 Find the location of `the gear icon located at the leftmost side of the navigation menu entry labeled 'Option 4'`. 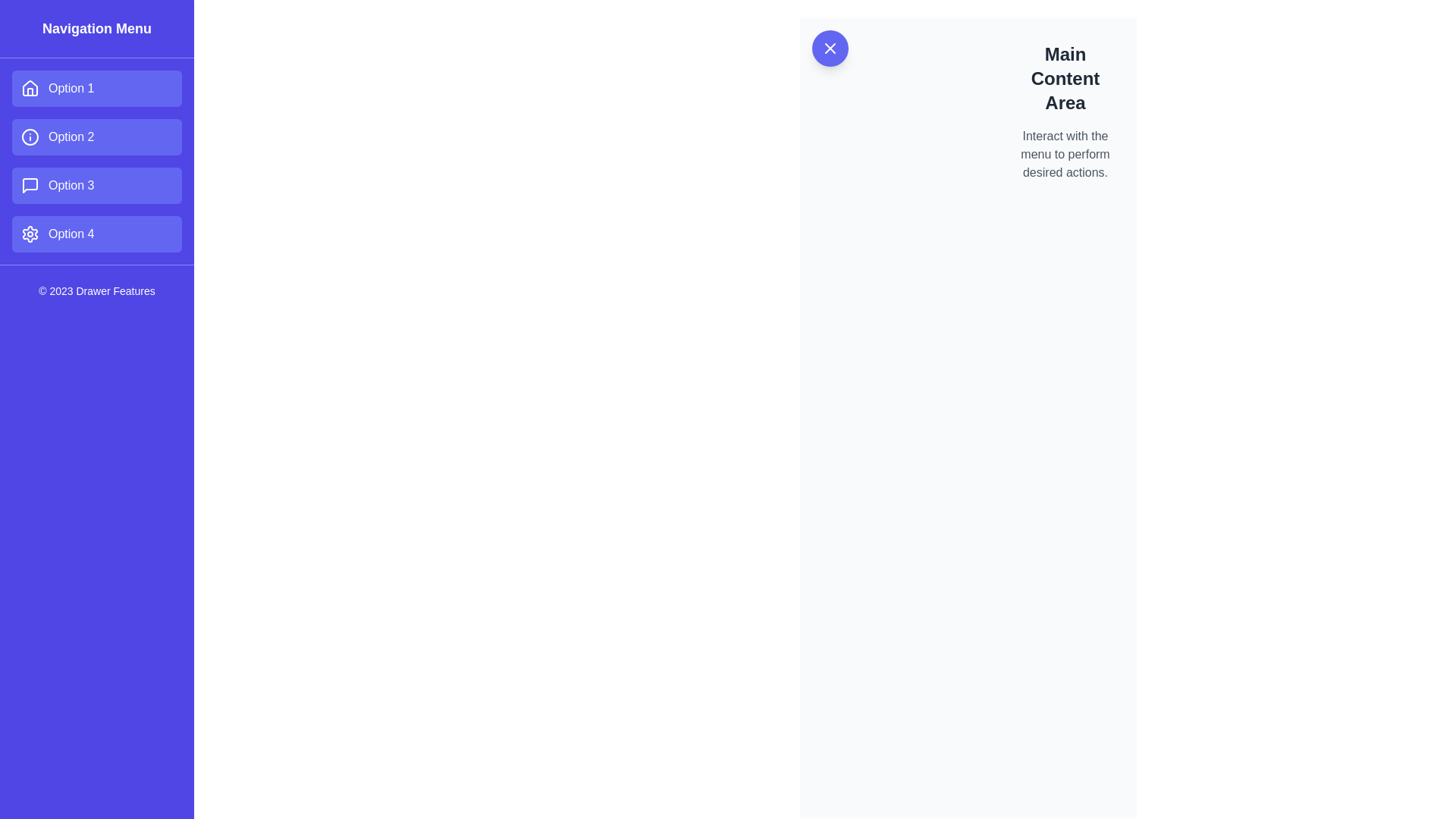

the gear icon located at the leftmost side of the navigation menu entry labeled 'Option 4' is located at coordinates (30, 234).